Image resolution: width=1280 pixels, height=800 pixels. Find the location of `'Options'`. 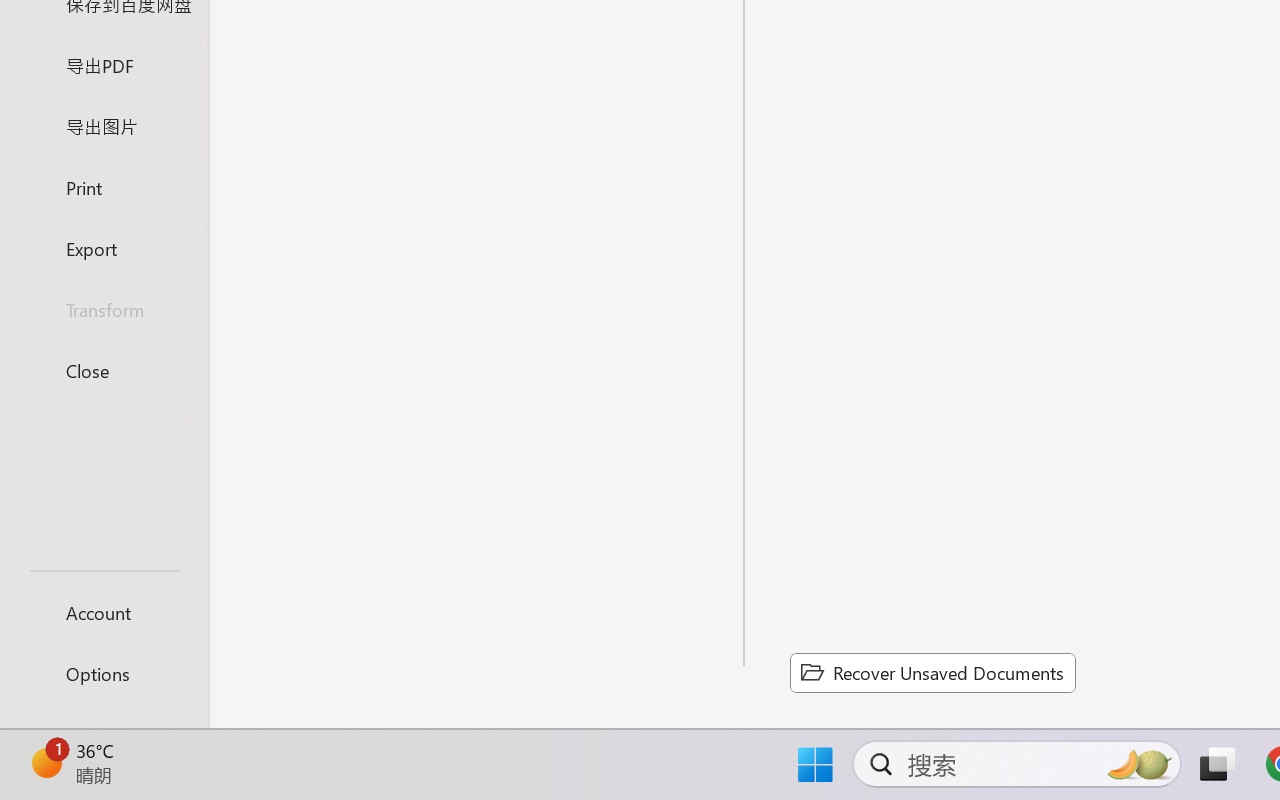

'Options' is located at coordinates (103, 673).